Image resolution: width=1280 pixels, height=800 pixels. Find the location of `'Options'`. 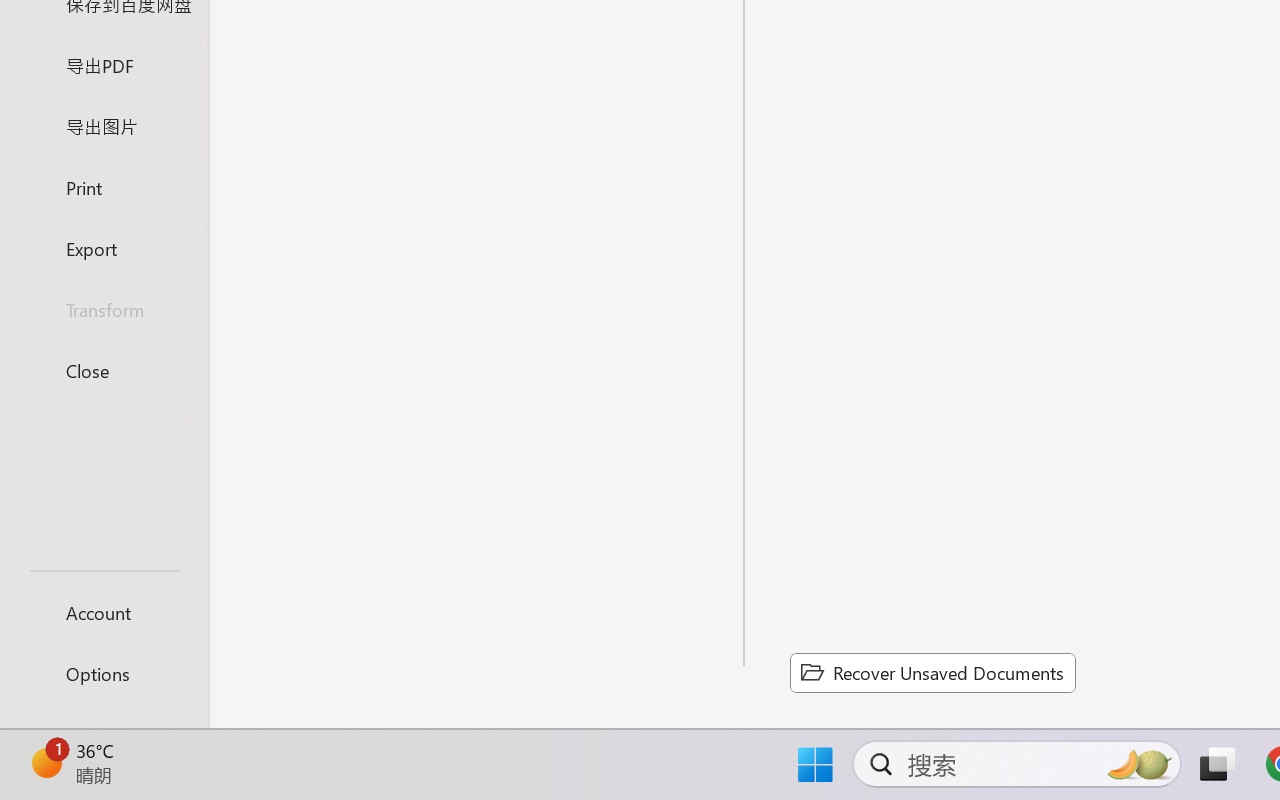

'Options' is located at coordinates (103, 673).